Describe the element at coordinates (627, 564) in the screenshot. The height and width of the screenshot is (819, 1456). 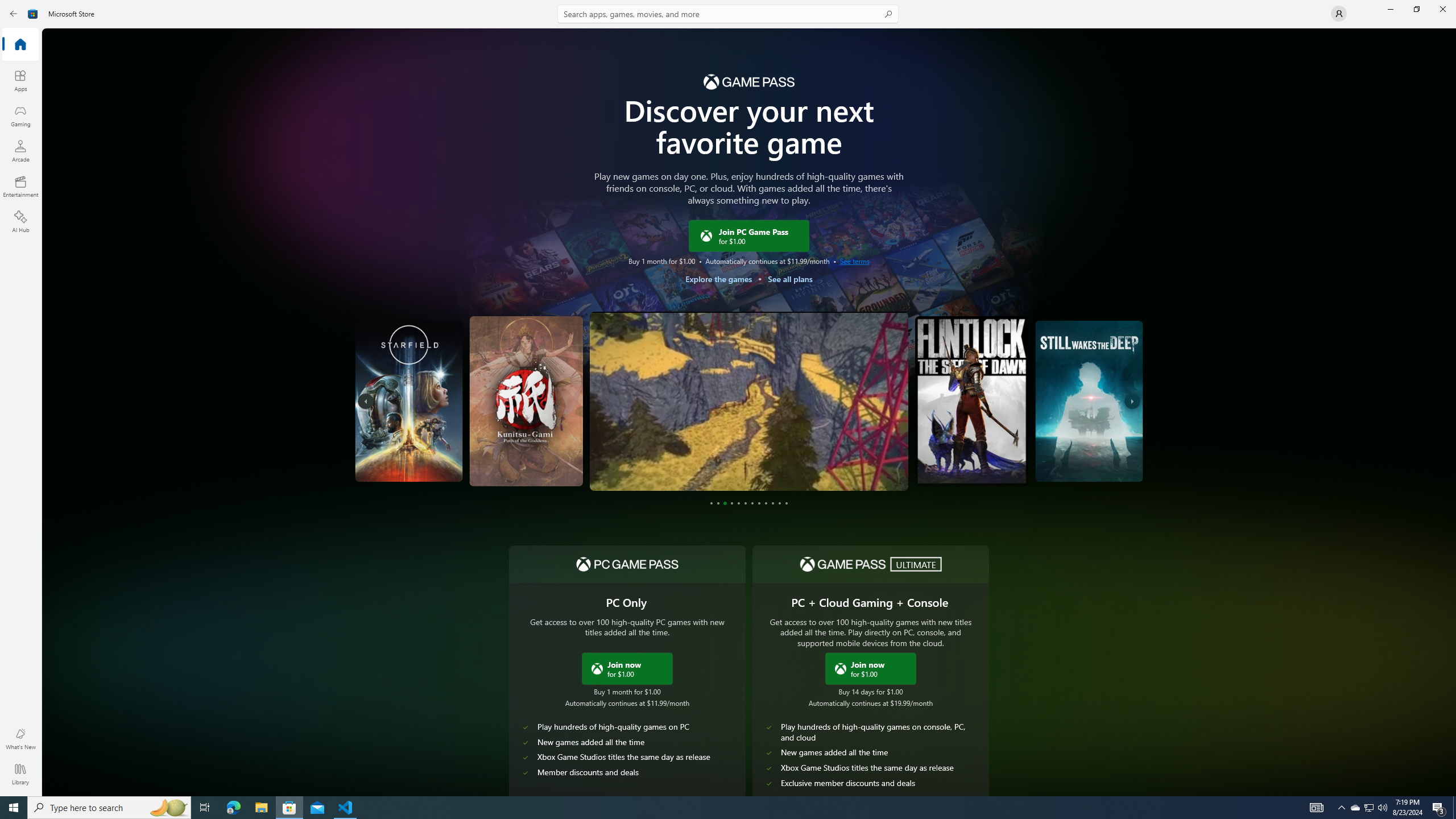
I see `'PC Game Pass logo'` at that location.